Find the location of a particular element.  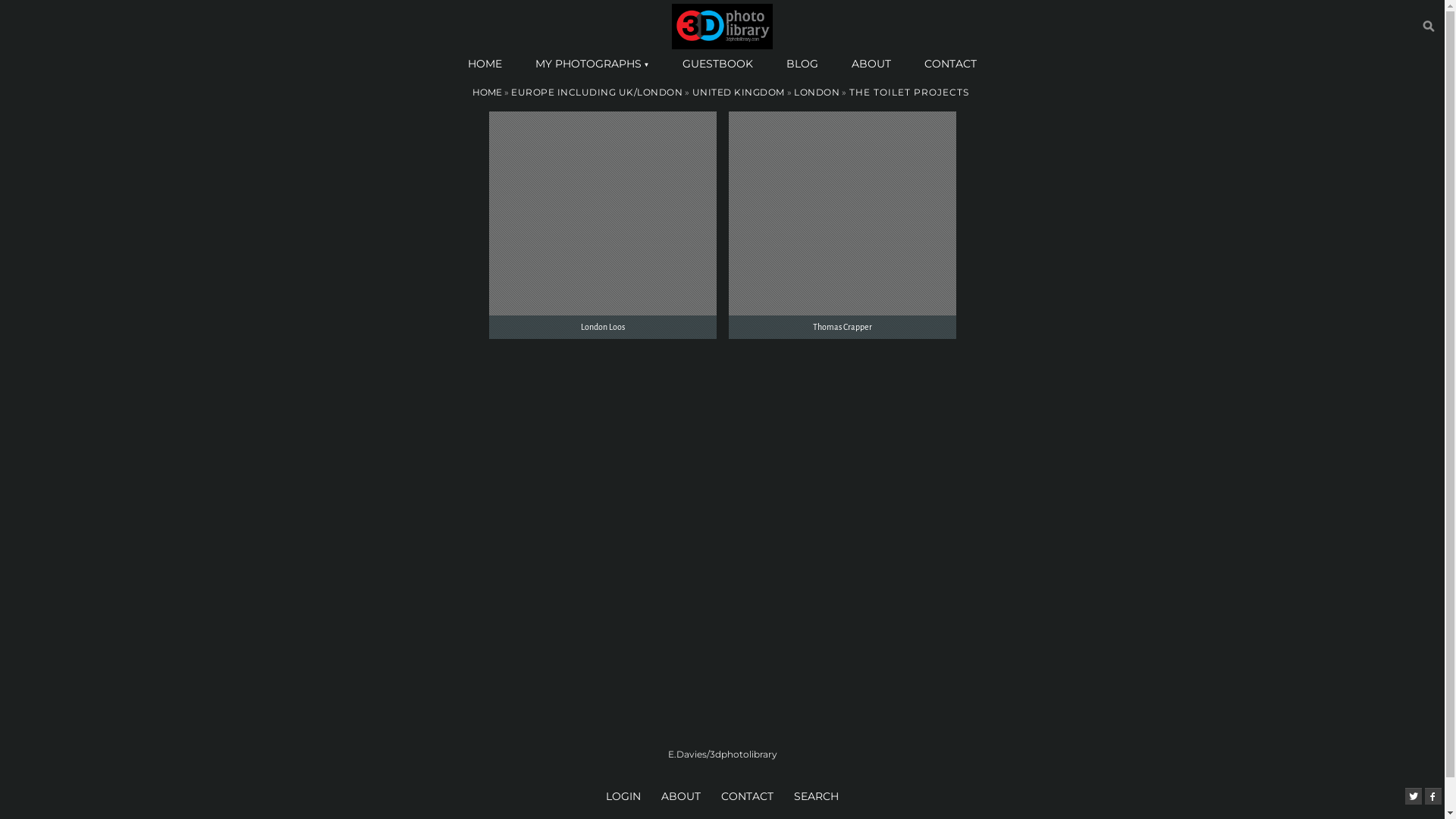

'Thomas Crapper' is located at coordinates (840, 225).